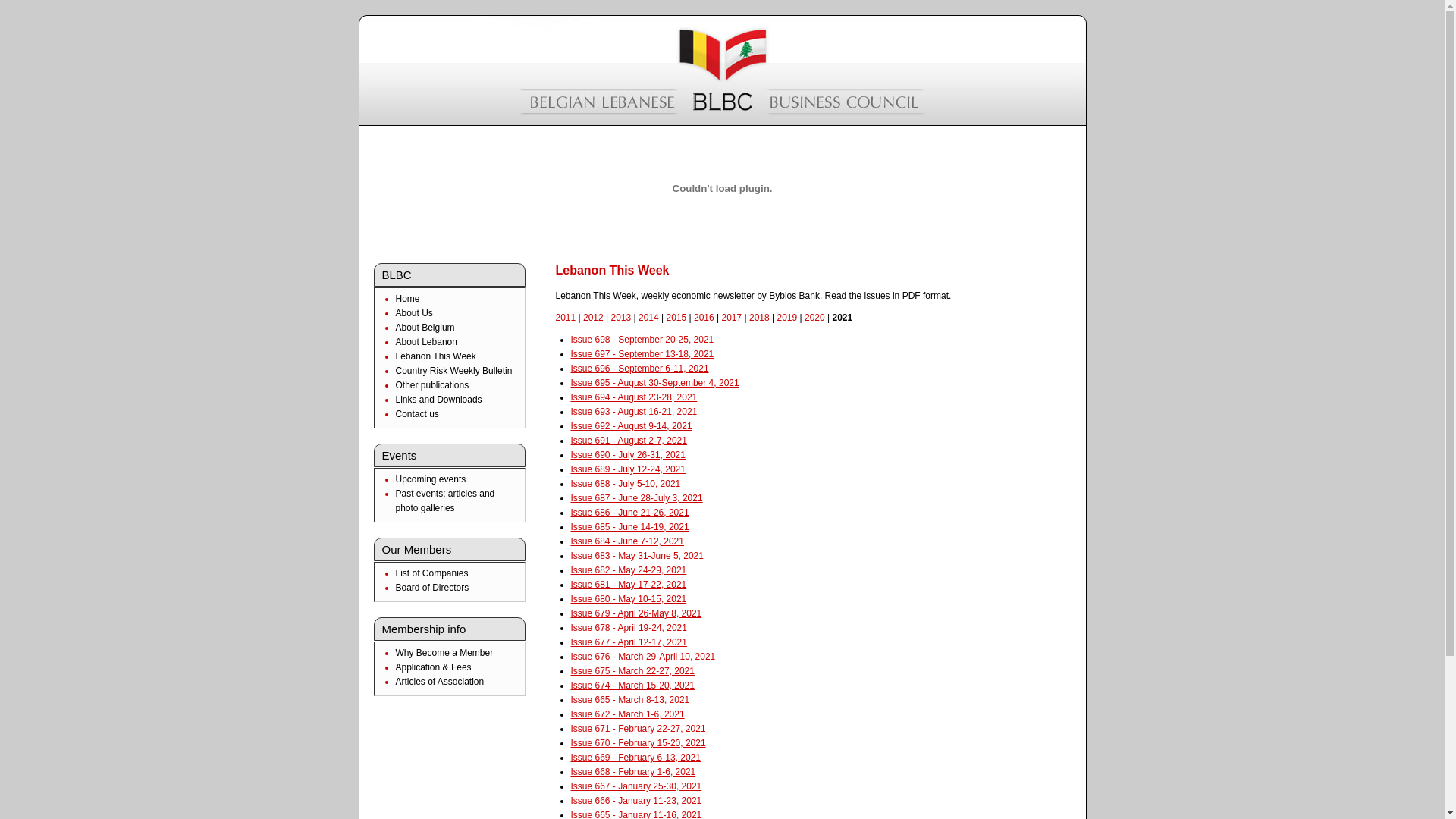  Describe the element at coordinates (425, 342) in the screenshot. I see `'About Lebanon'` at that location.